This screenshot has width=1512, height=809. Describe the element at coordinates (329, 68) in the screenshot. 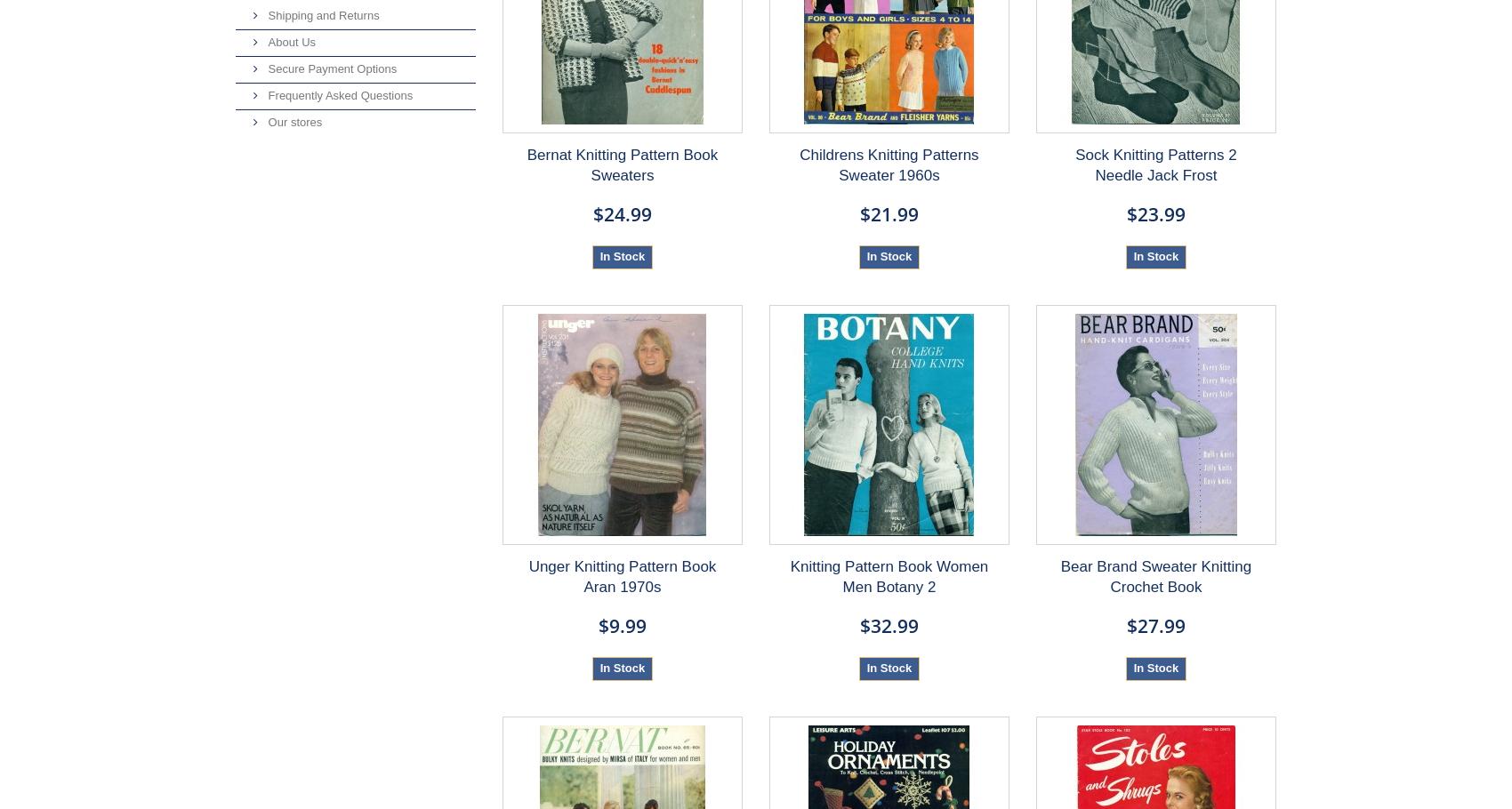

I see `'Secure Payment Options'` at that location.